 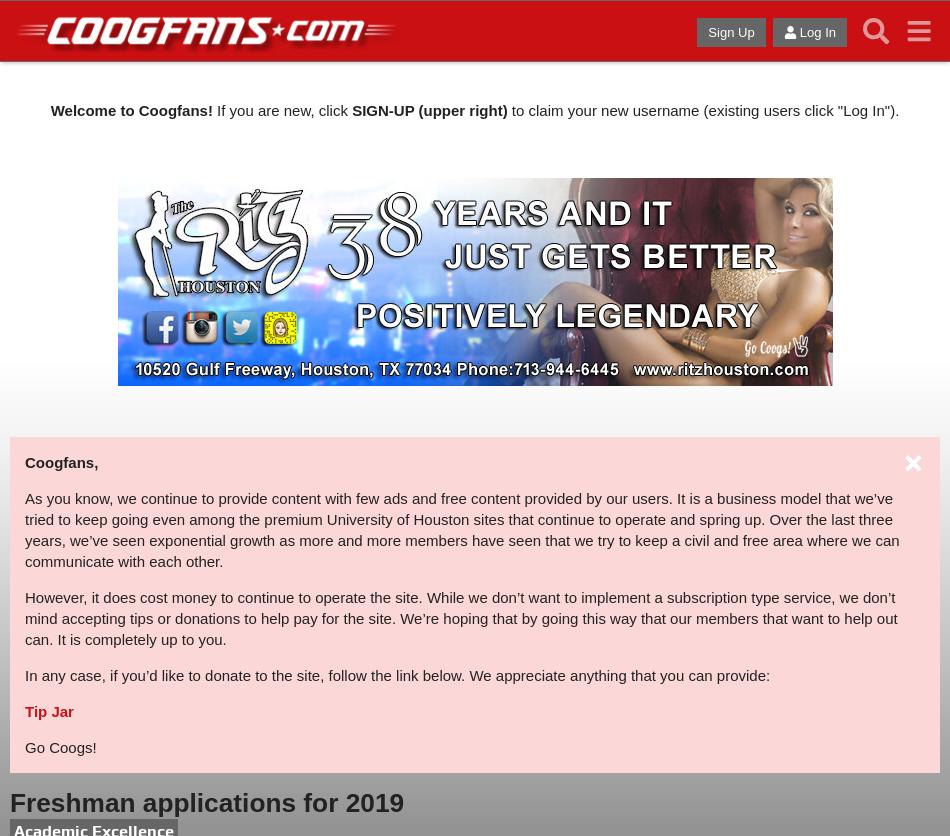 I want to click on 'Tip Jar', so click(x=49, y=710).